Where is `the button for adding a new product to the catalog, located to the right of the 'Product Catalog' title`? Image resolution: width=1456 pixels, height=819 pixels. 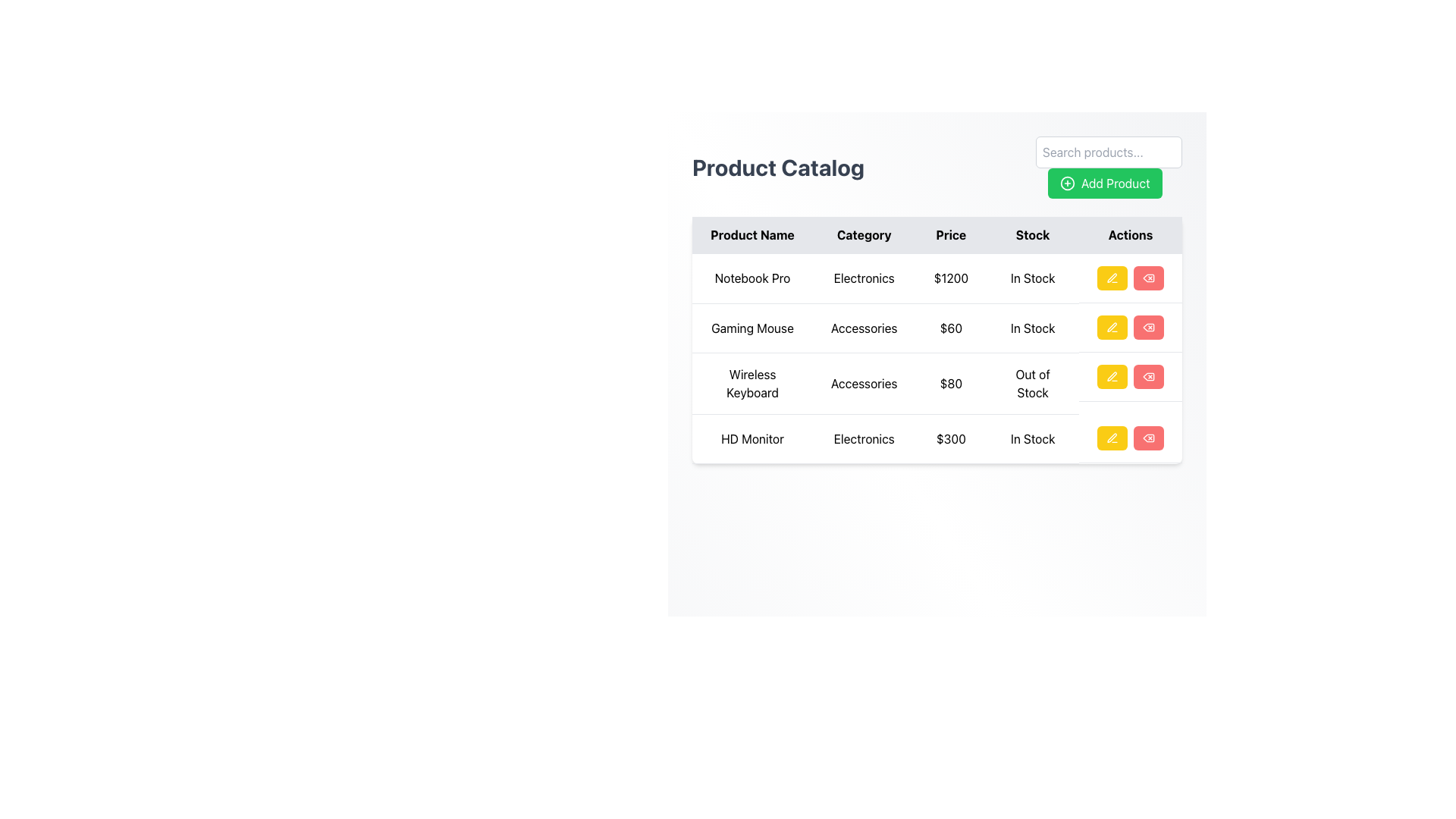 the button for adding a new product to the catalog, located to the right of the 'Product Catalog' title is located at coordinates (1109, 167).